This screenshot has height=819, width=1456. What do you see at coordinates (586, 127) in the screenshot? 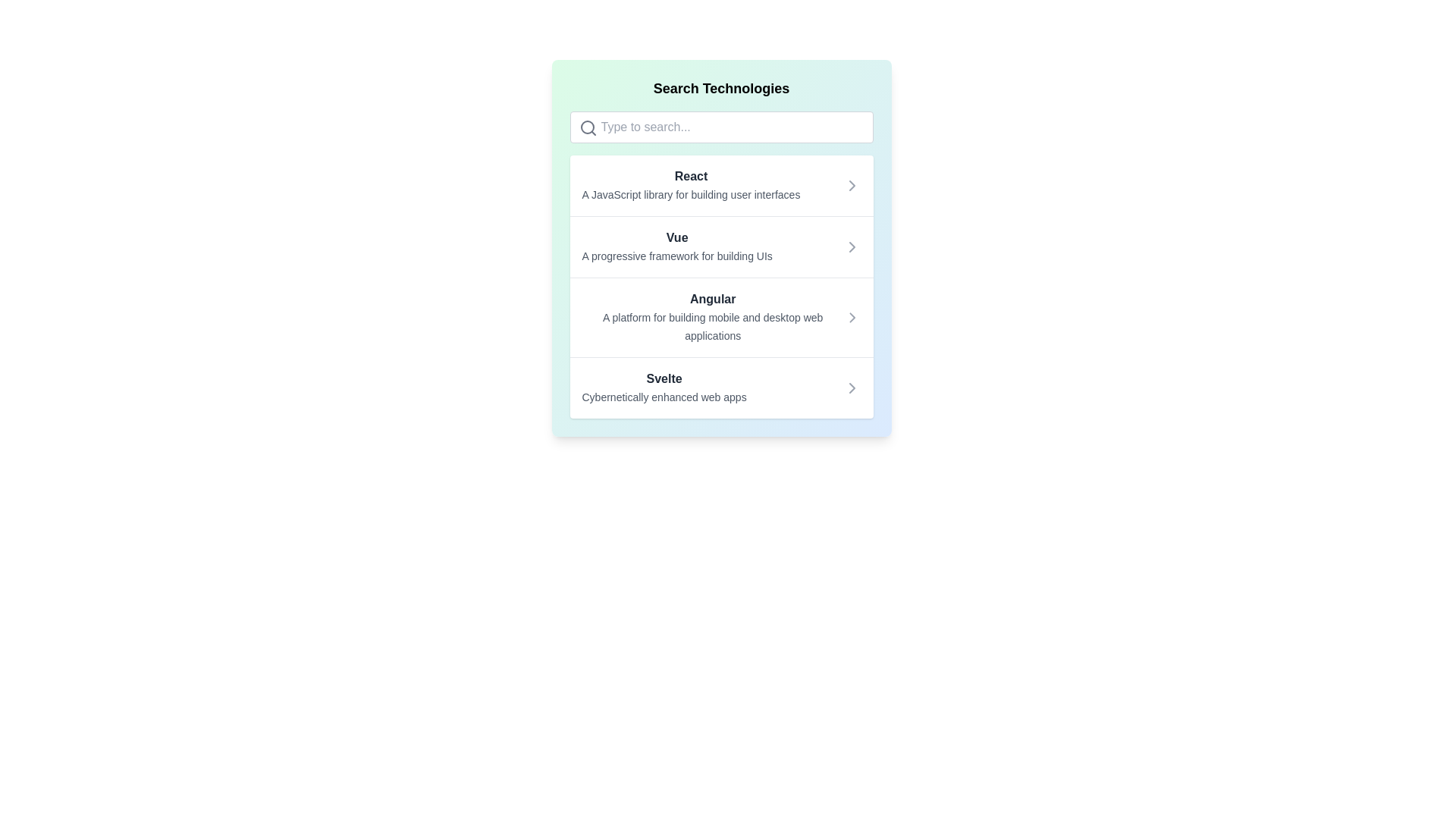
I see `the circular SVG element that represents the magnifying glass lens in the search icon located at the upper-left corner of the interface` at bounding box center [586, 127].